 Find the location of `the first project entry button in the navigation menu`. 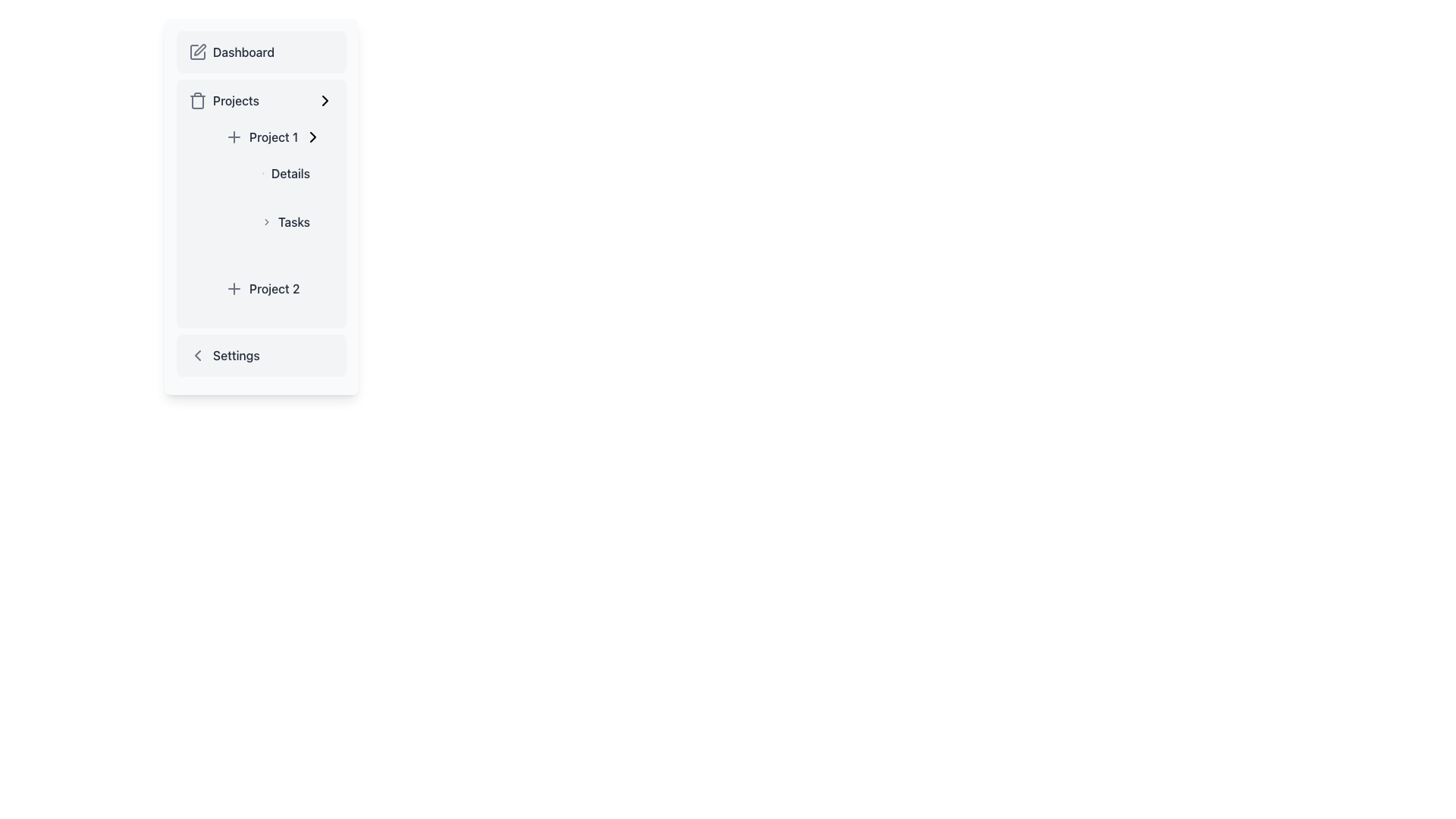

the first project entry button in the navigation menu is located at coordinates (273, 137).